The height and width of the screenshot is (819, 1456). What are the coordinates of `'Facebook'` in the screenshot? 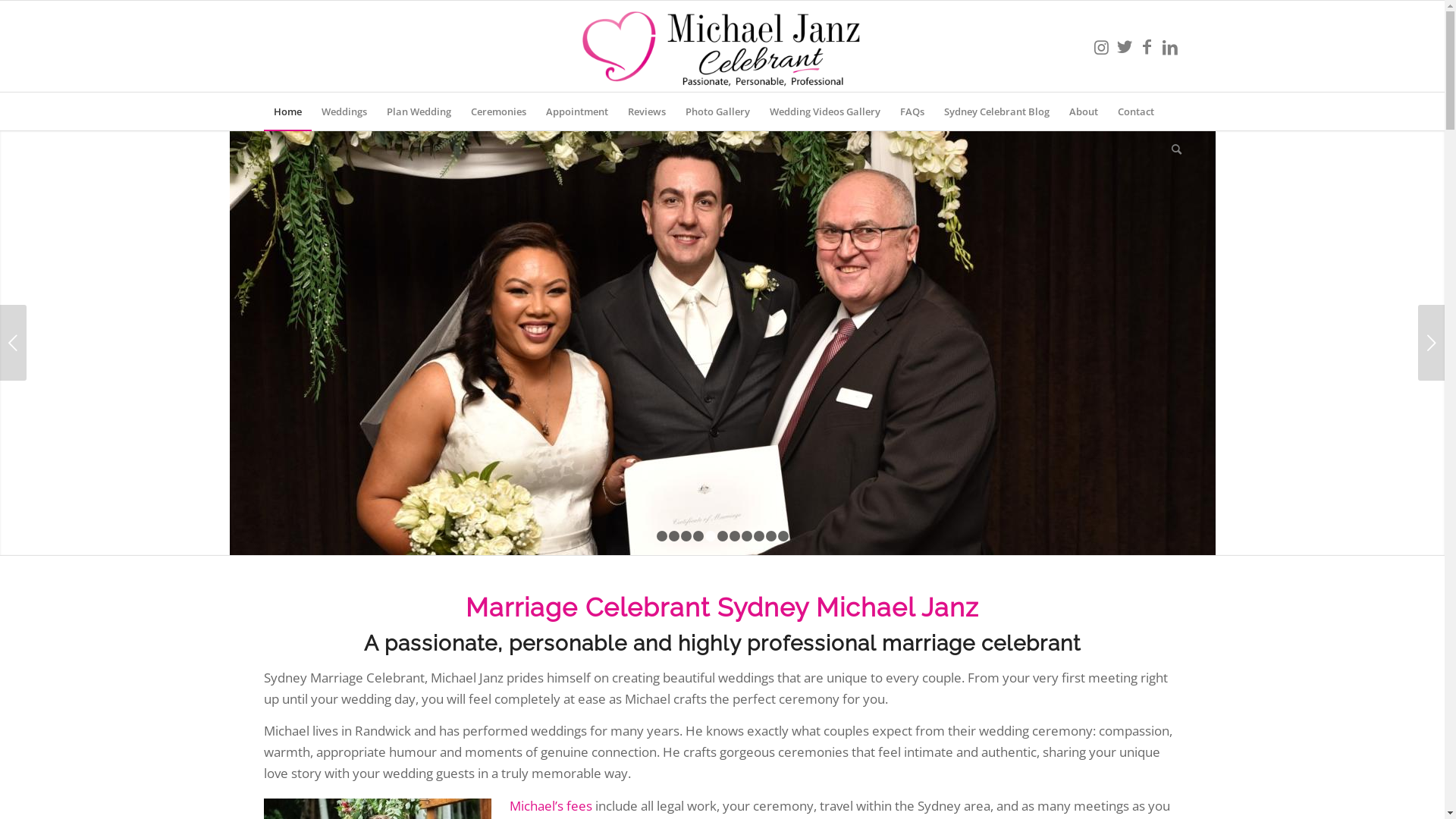 It's located at (1147, 45).